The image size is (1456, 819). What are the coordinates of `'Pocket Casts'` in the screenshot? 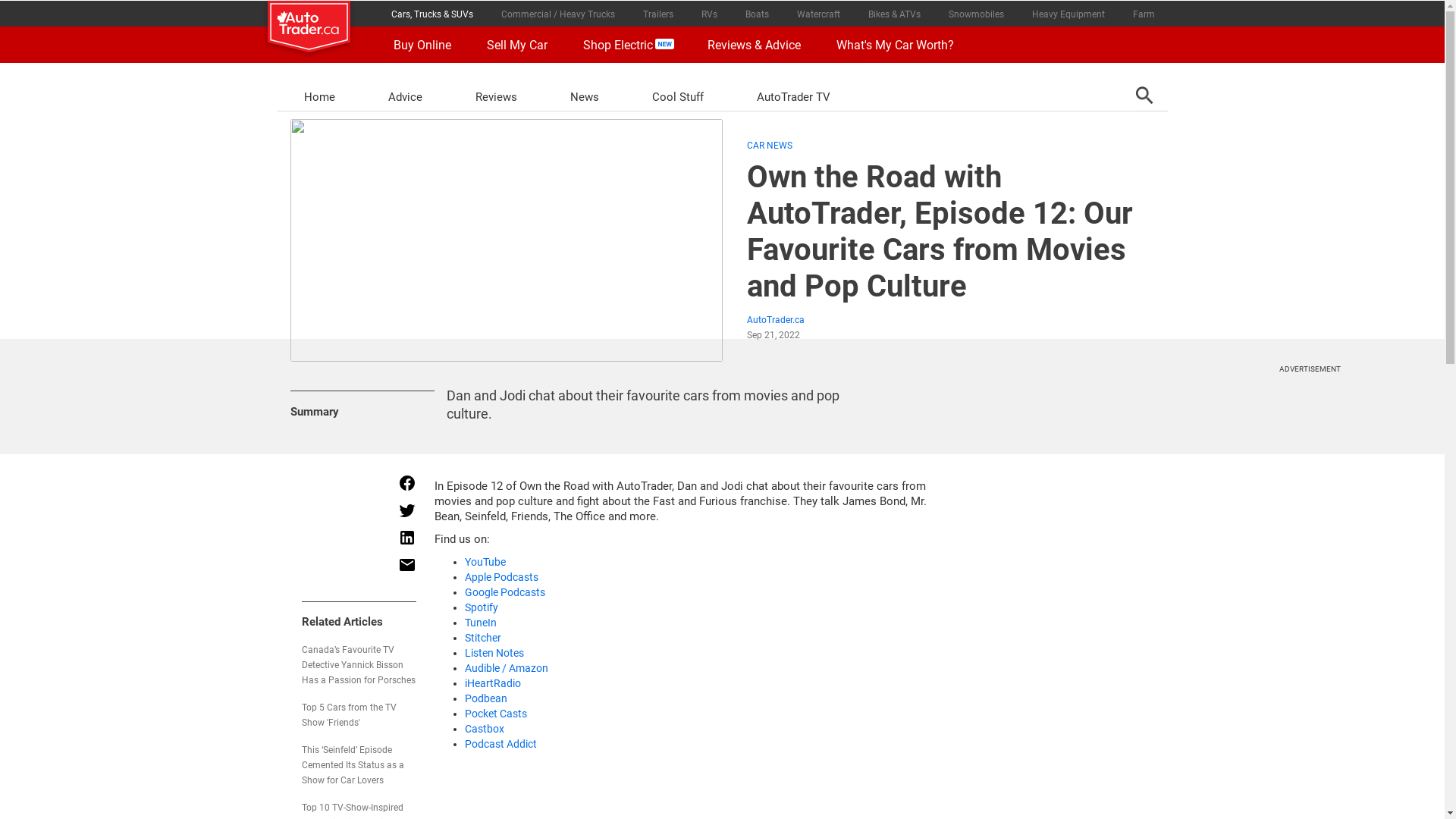 It's located at (494, 714).